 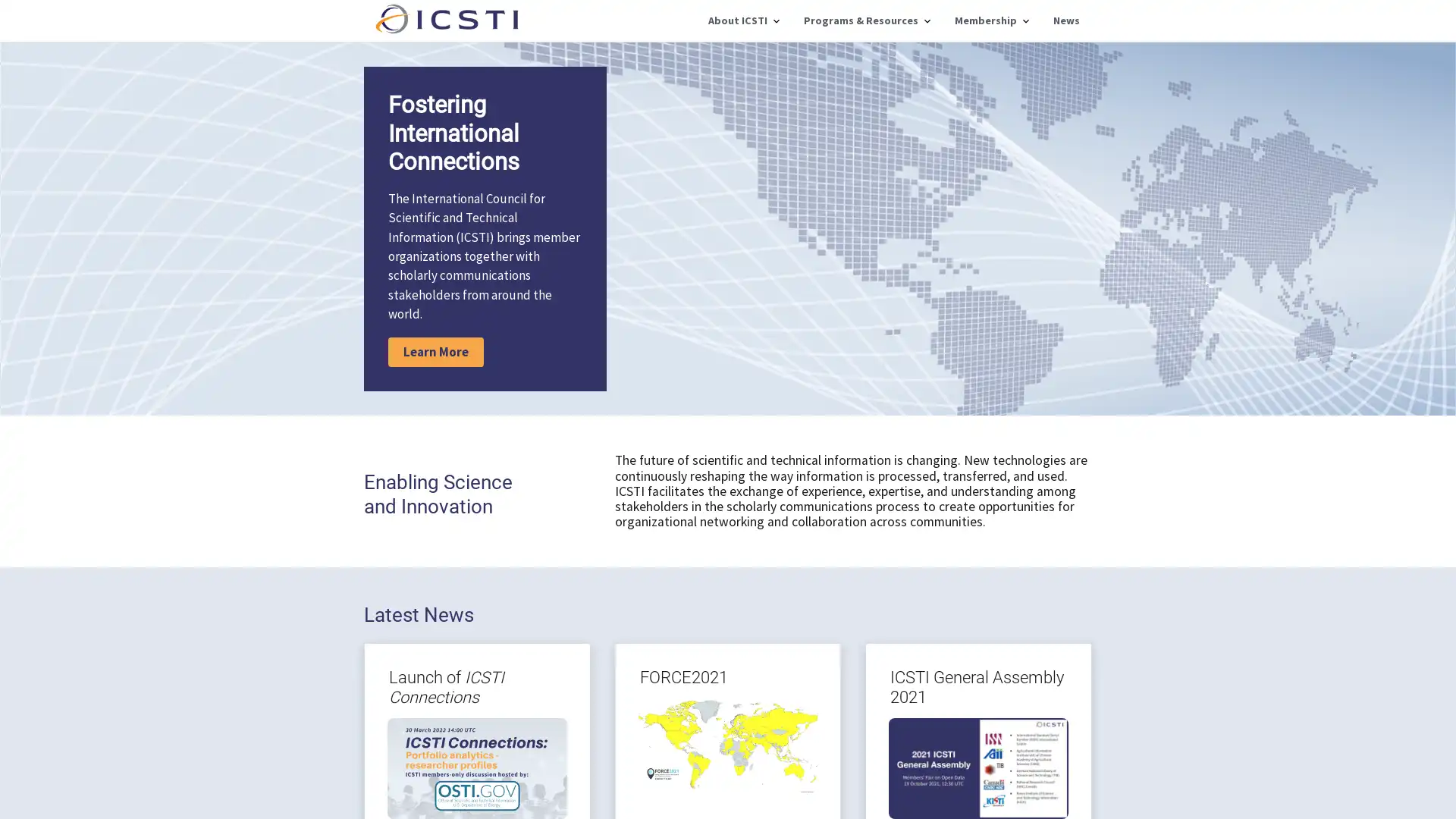 What do you see at coordinates (743, 20) in the screenshot?
I see `About ICSTI` at bounding box center [743, 20].